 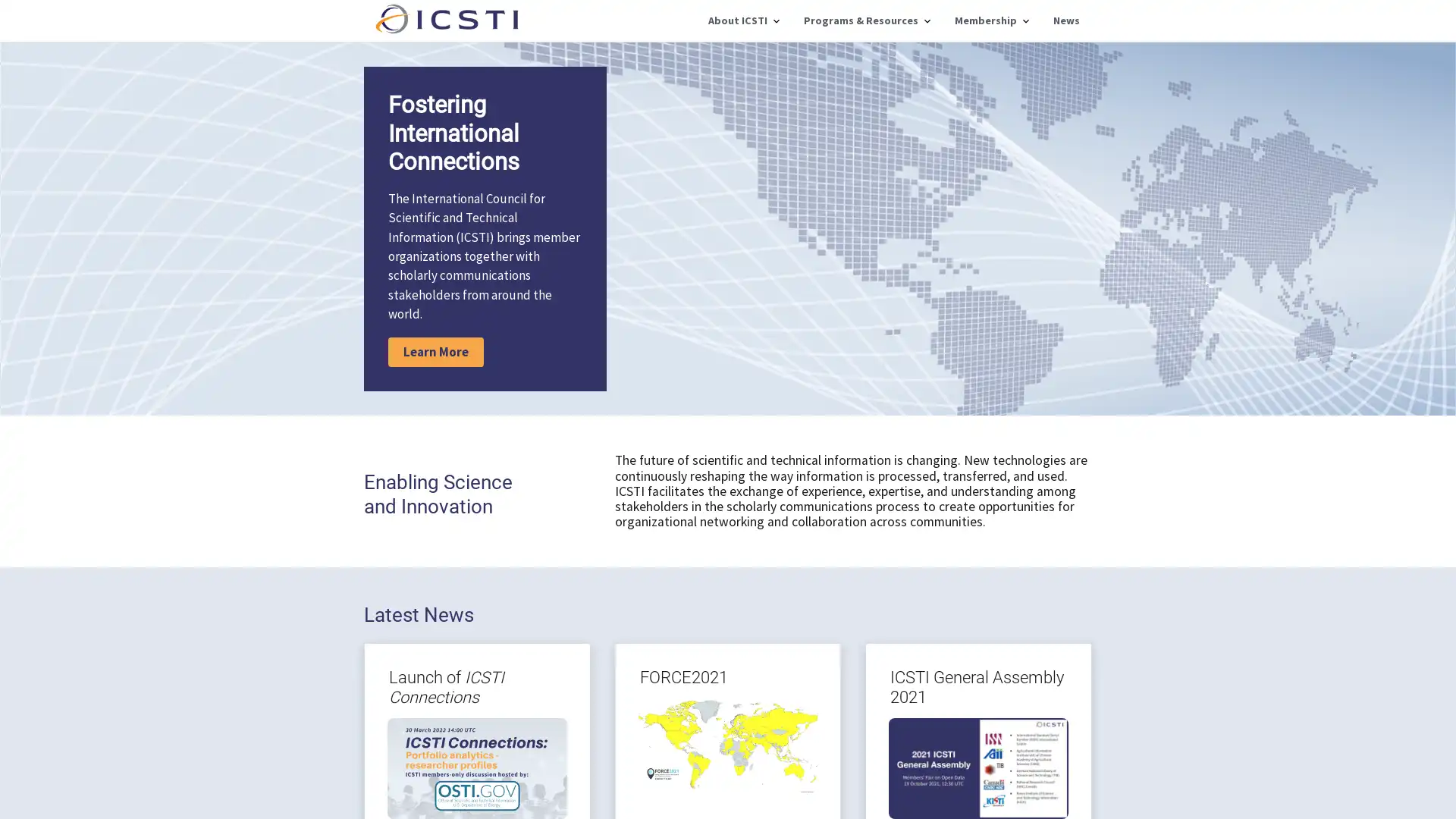 What do you see at coordinates (743, 20) in the screenshot?
I see `About ICSTI` at bounding box center [743, 20].